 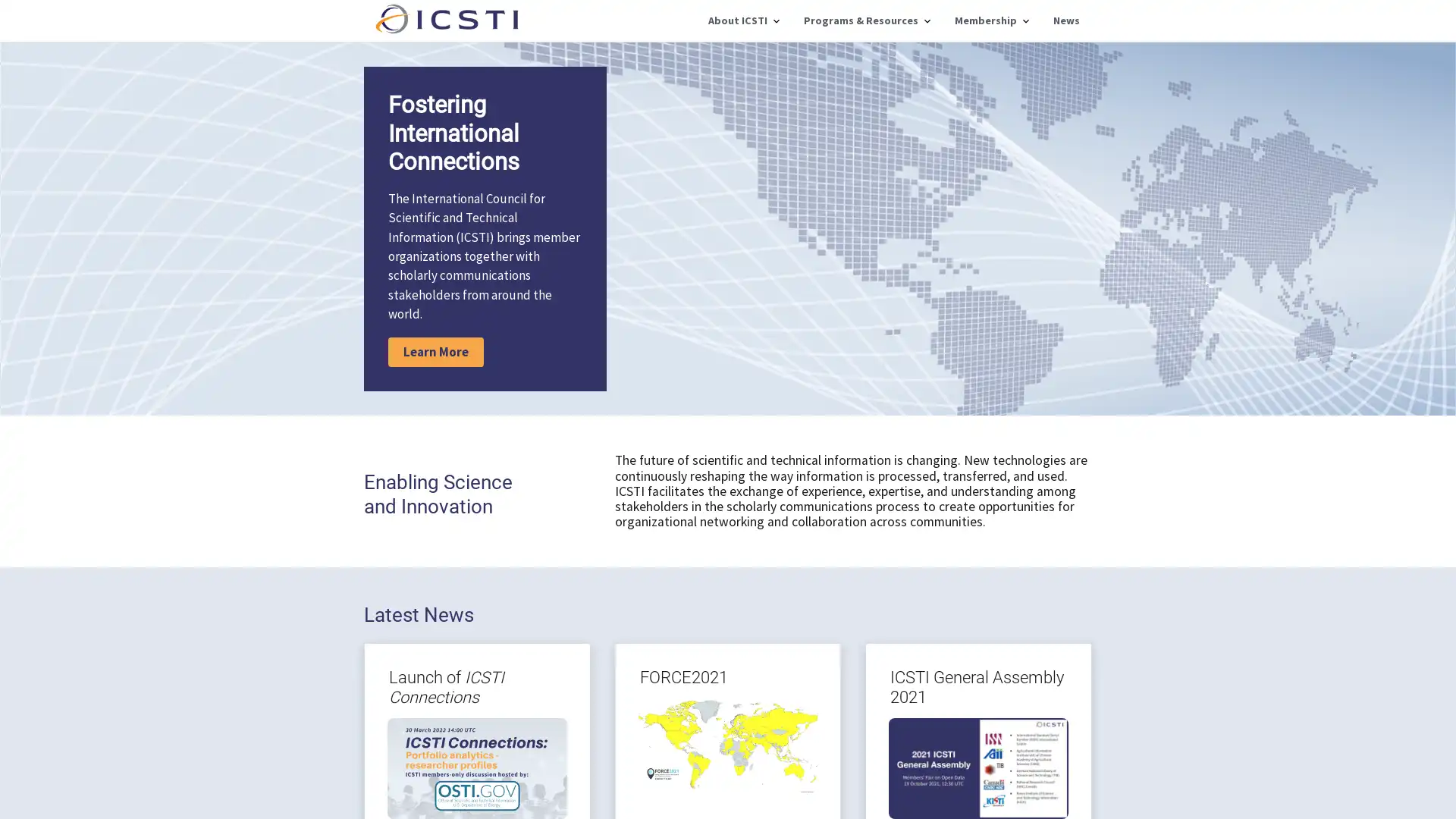 What do you see at coordinates (743, 20) in the screenshot?
I see `About ICSTI` at bounding box center [743, 20].